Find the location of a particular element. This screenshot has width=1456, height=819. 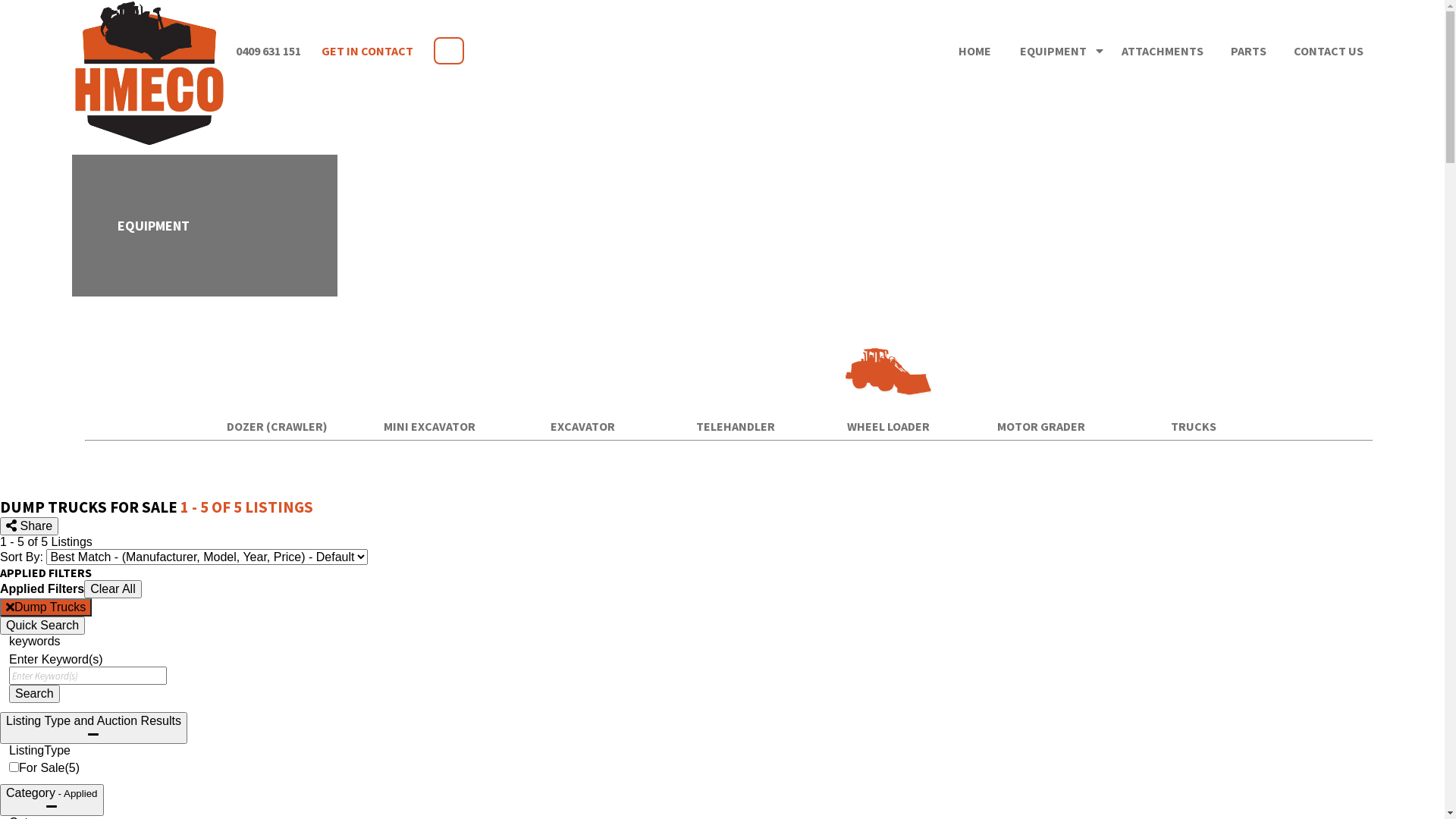

'MINI EXCAVATOR' is located at coordinates (428, 426).